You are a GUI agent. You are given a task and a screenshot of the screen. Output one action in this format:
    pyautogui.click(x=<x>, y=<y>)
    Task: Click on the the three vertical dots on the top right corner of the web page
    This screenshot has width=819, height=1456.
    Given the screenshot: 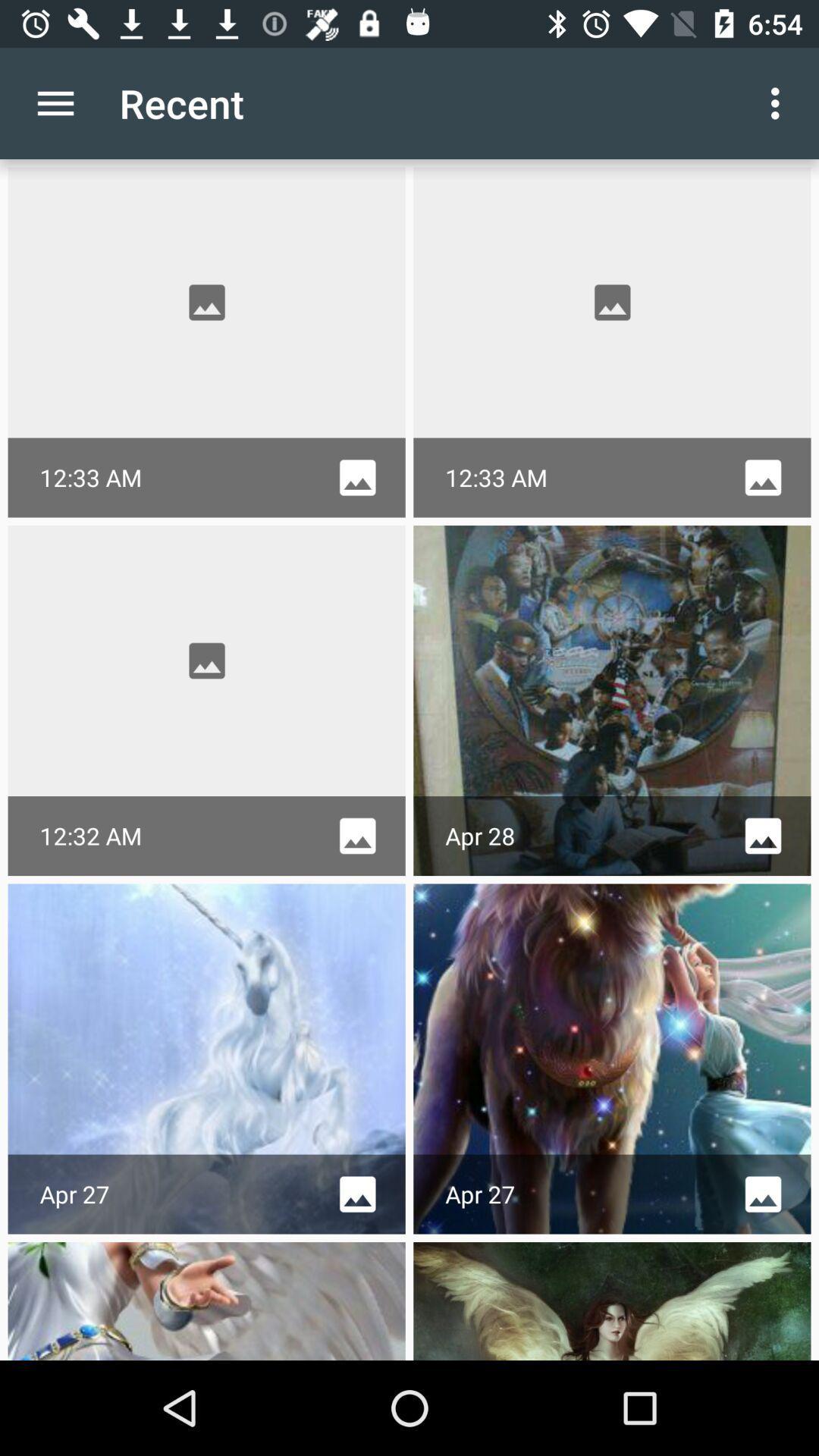 What is the action you would take?
    pyautogui.click(x=779, y=103)
    